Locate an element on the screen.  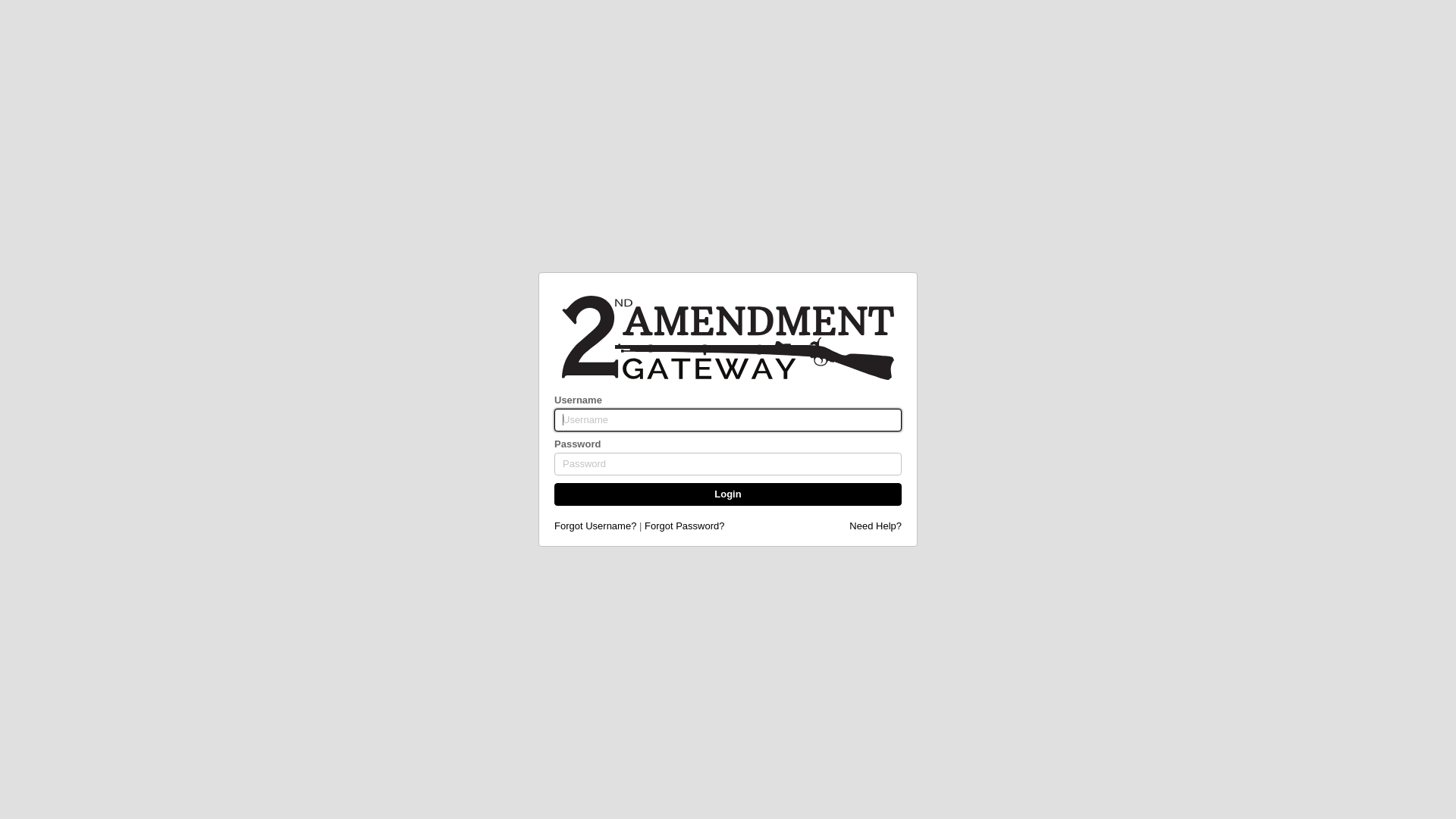
'Forgot Username?' is located at coordinates (595, 525).